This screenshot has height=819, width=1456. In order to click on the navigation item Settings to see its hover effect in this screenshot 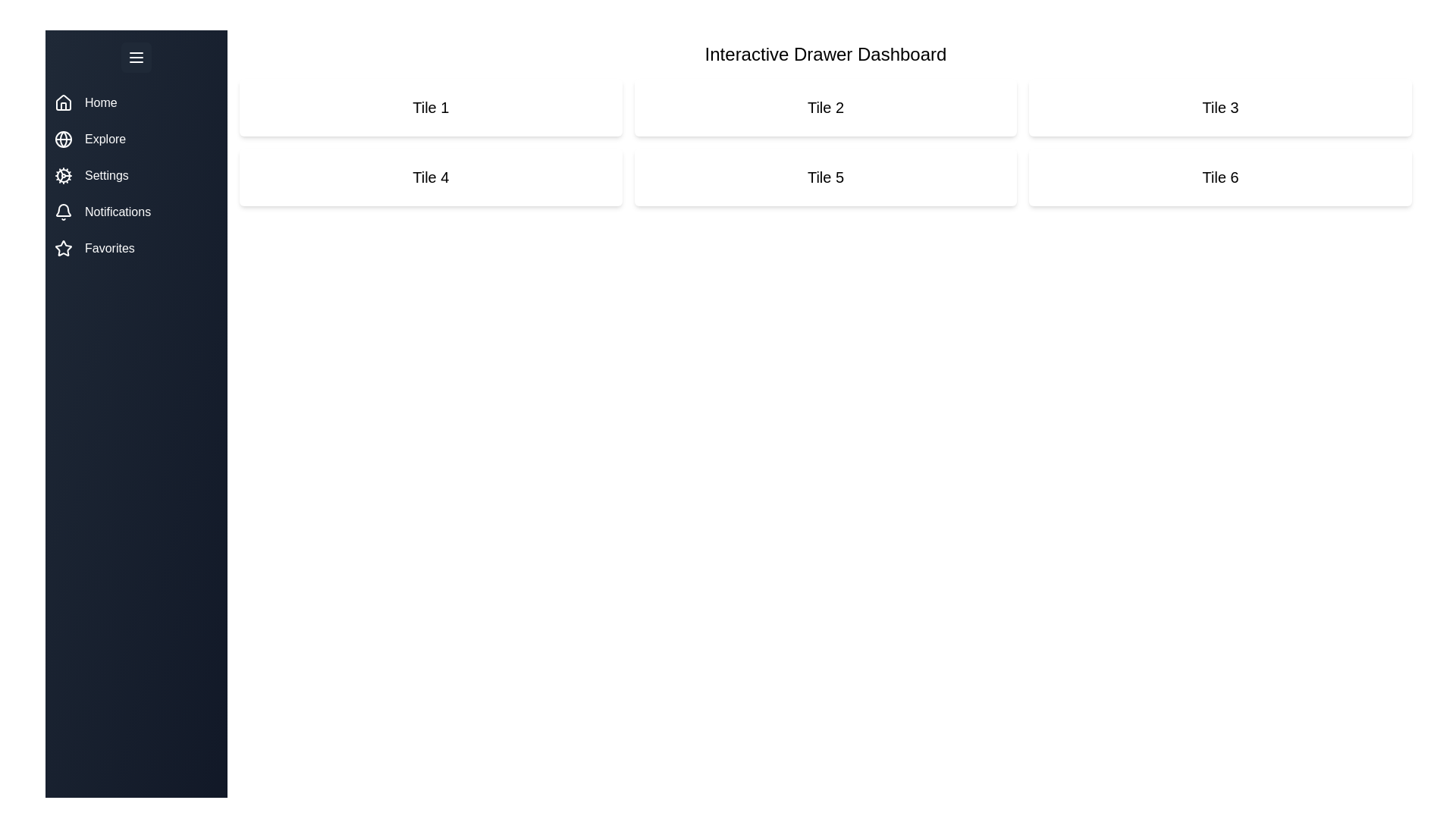, I will do `click(136, 174)`.